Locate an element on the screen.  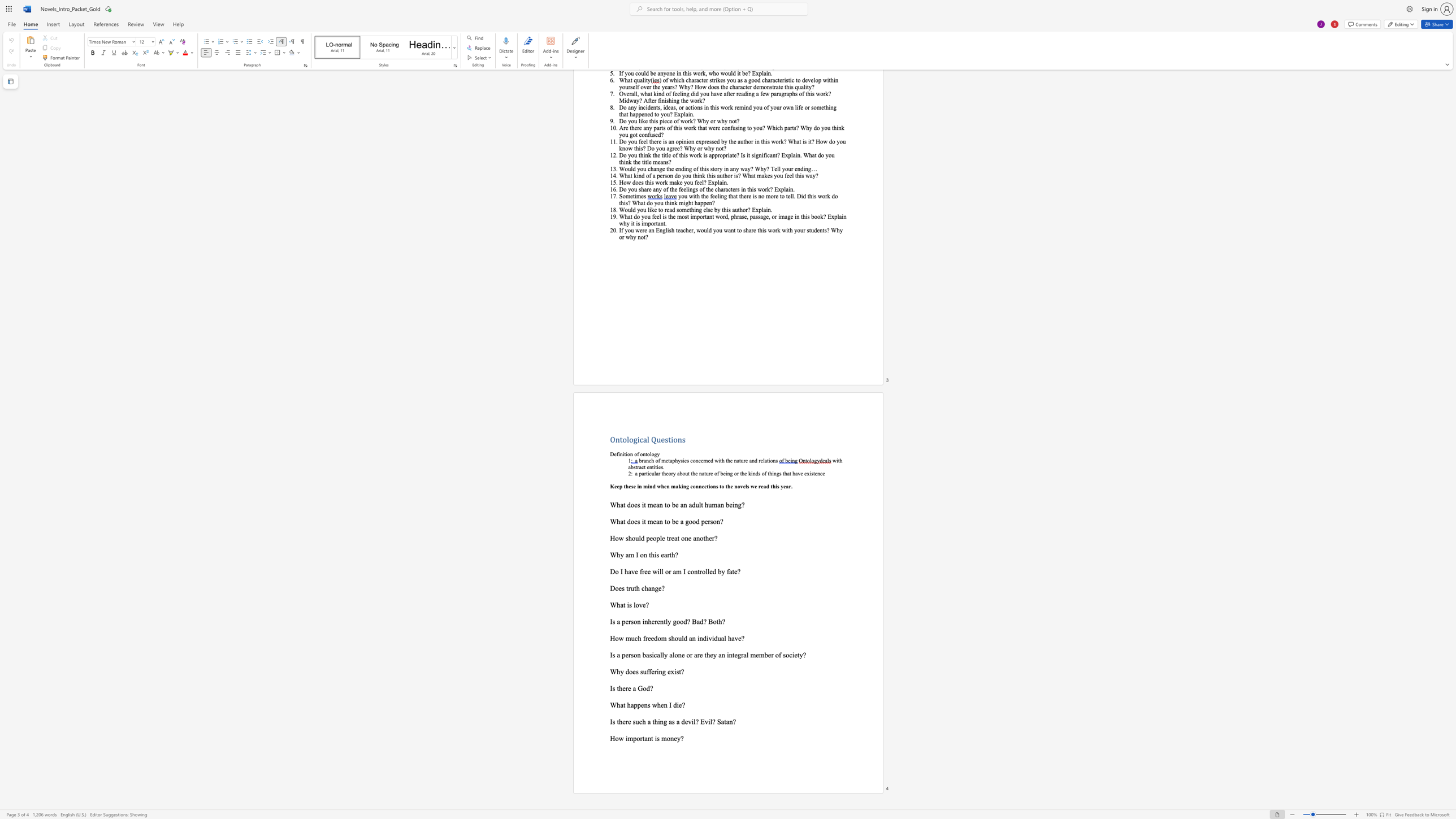
the subset text "lly alo" within the text "basically alone" is located at coordinates (660, 655).